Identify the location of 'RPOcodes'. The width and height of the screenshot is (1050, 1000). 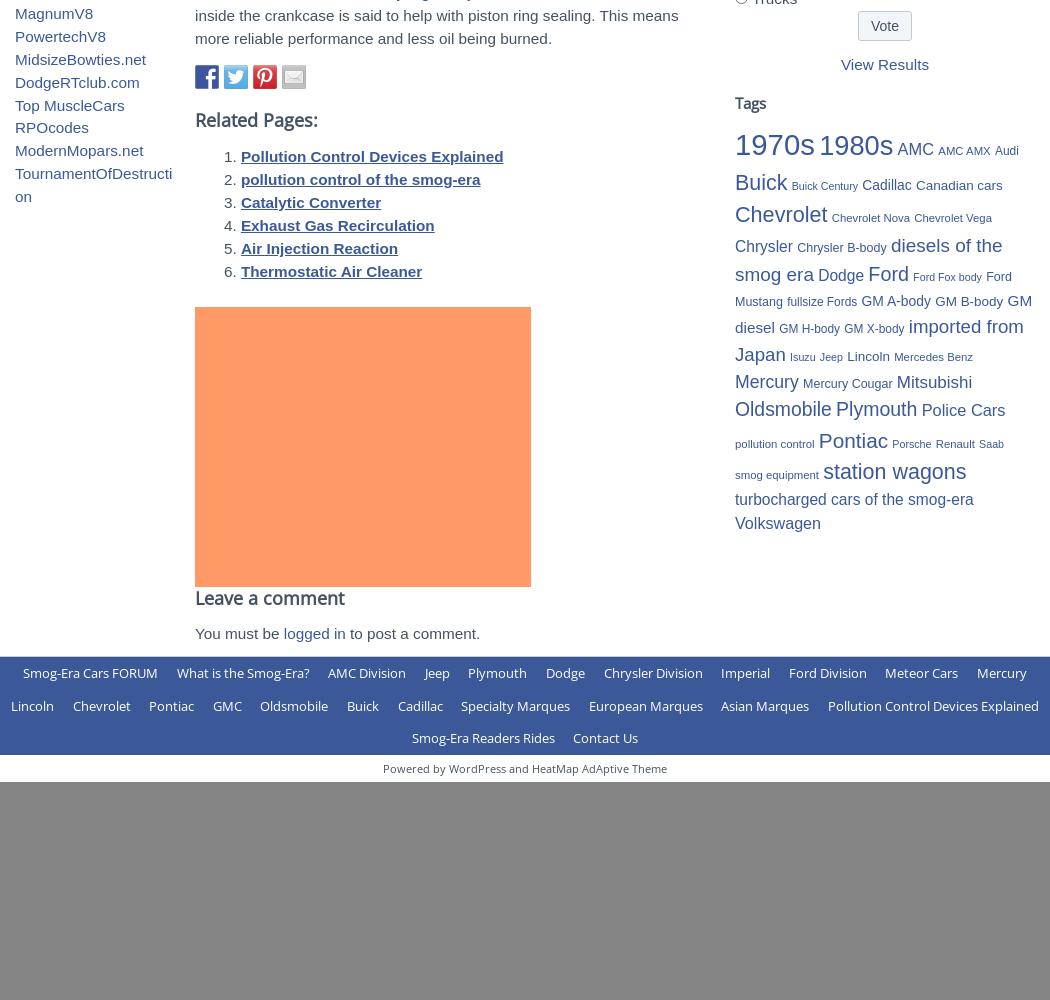
(50, 127).